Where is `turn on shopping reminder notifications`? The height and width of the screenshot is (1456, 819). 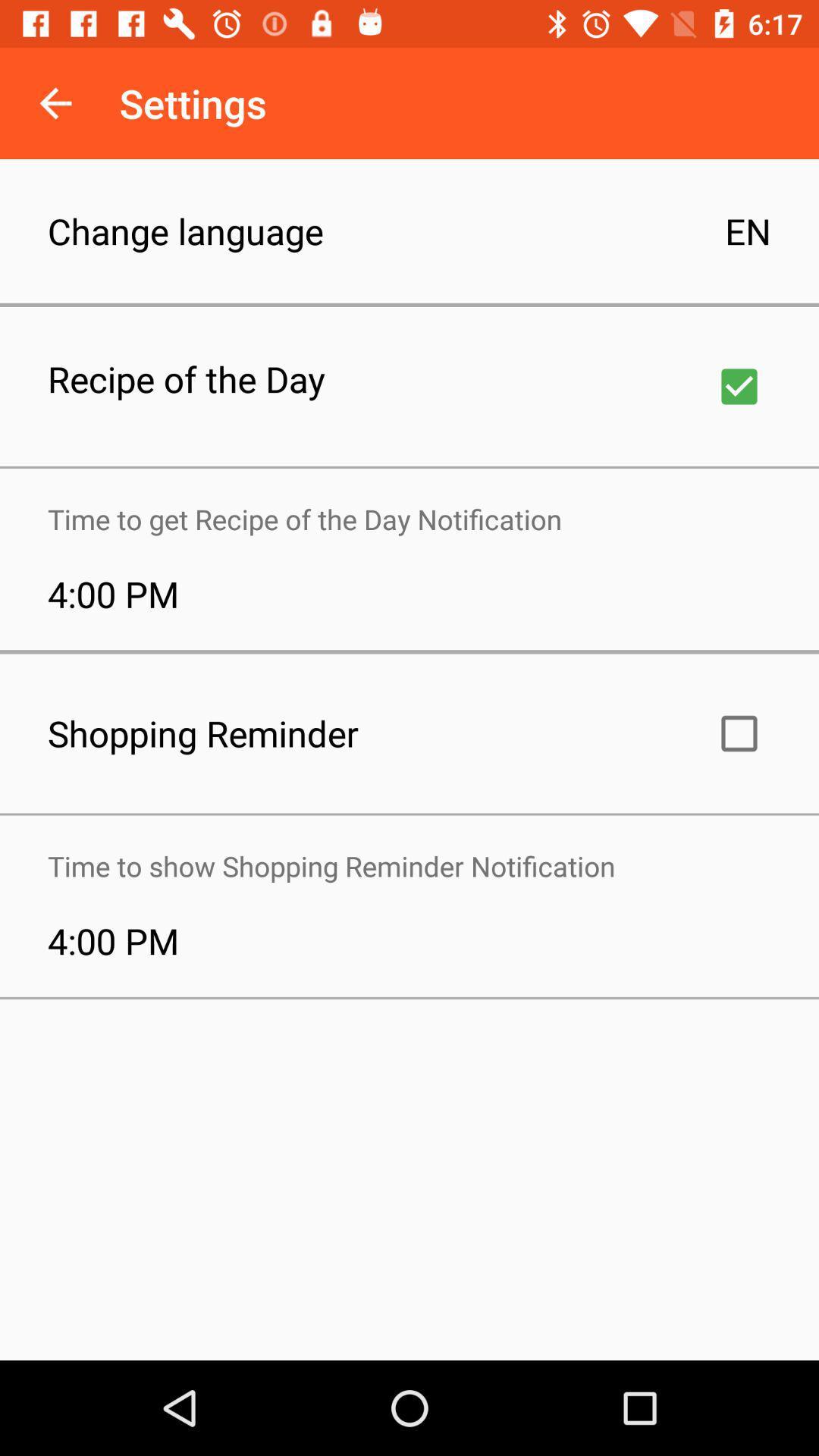 turn on shopping reminder notifications is located at coordinates (739, 733).